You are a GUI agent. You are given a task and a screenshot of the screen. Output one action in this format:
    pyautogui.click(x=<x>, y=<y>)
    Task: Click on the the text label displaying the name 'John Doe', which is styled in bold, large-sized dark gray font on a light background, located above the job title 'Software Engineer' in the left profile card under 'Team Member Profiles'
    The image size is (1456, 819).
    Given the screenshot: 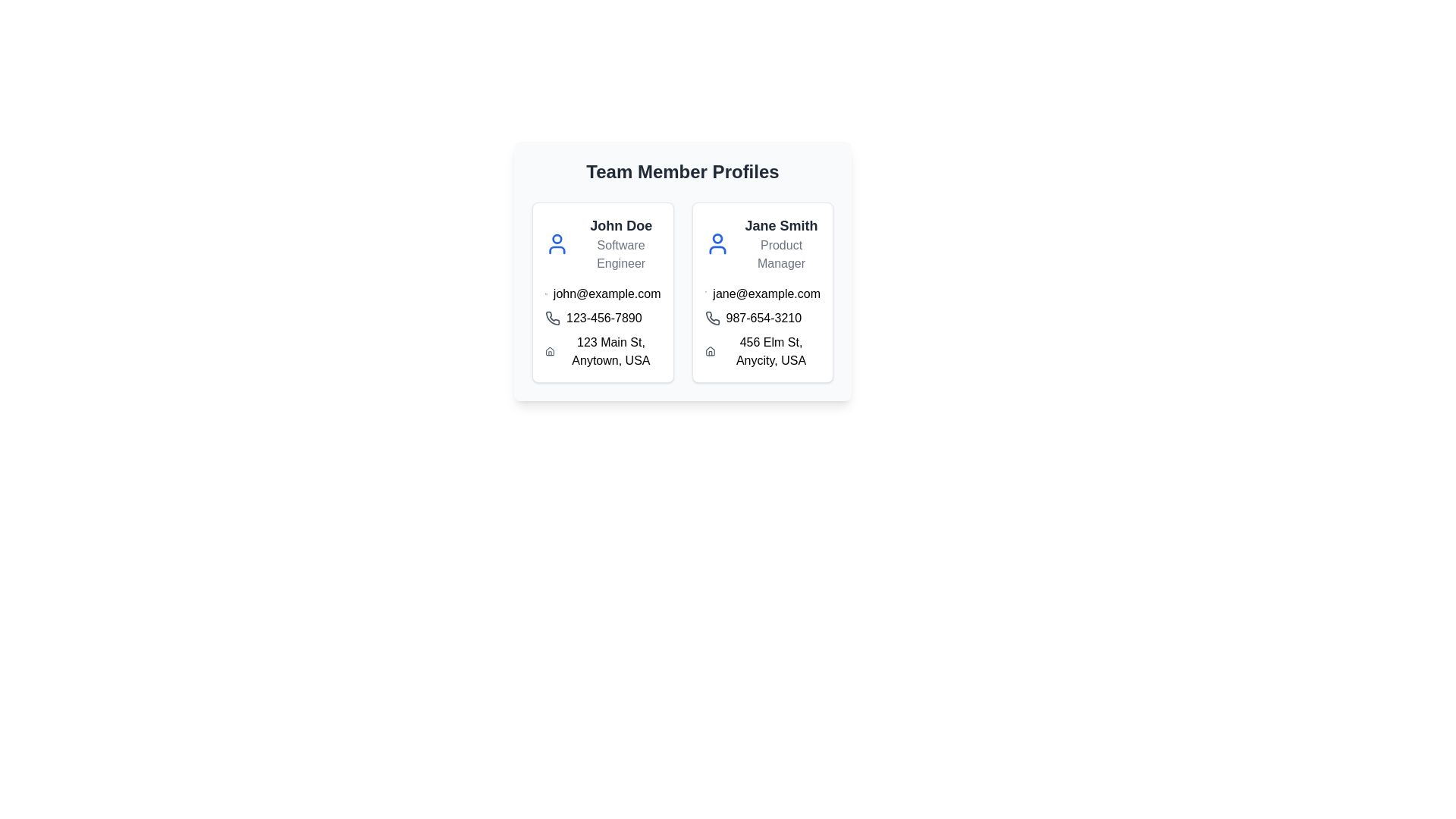 What is the action you would take?
    pyautogui.click(x=621, y=225)
    